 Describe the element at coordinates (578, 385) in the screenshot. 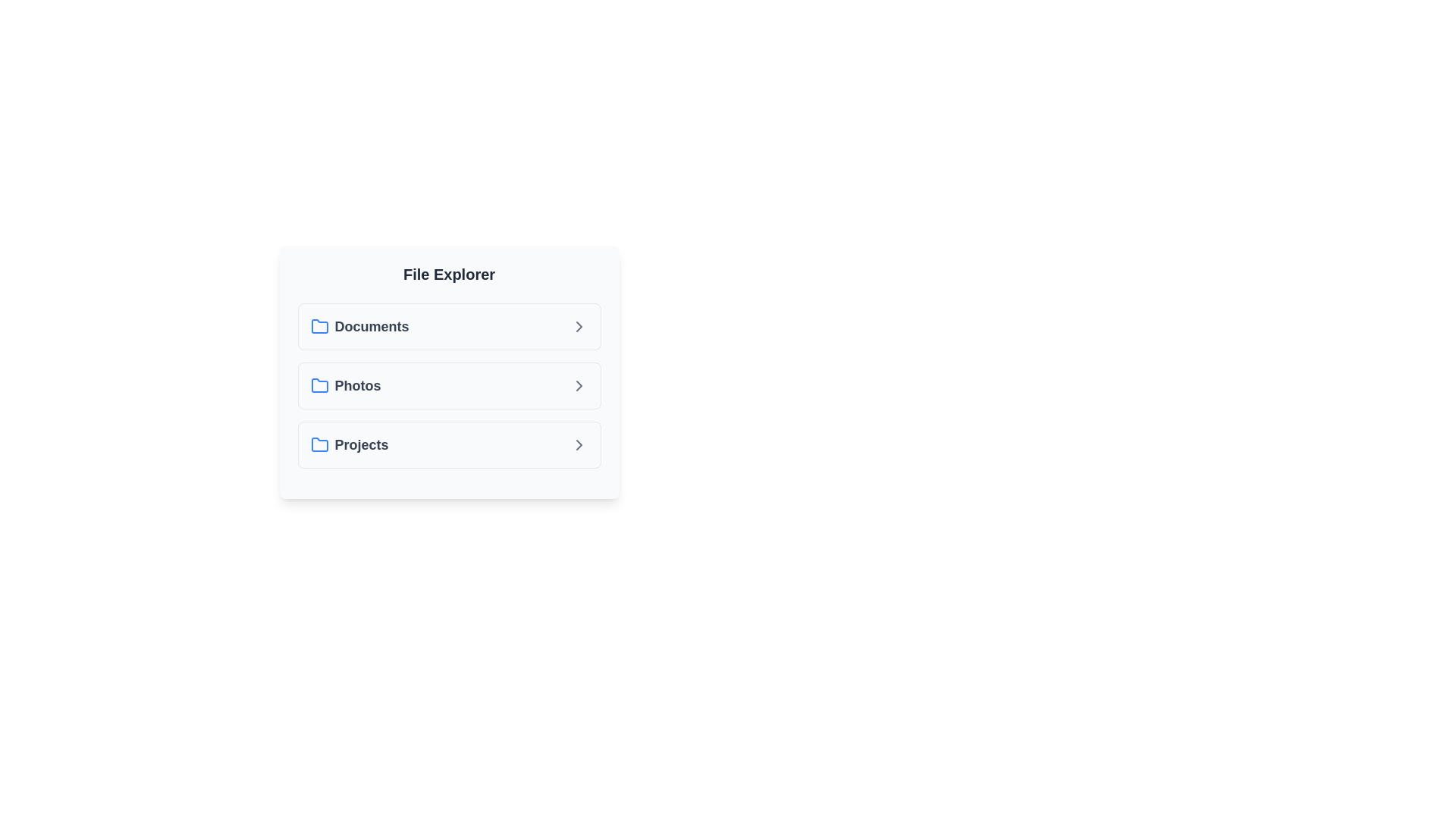

I see `arrow icon next to the folder named Photos` at that location.